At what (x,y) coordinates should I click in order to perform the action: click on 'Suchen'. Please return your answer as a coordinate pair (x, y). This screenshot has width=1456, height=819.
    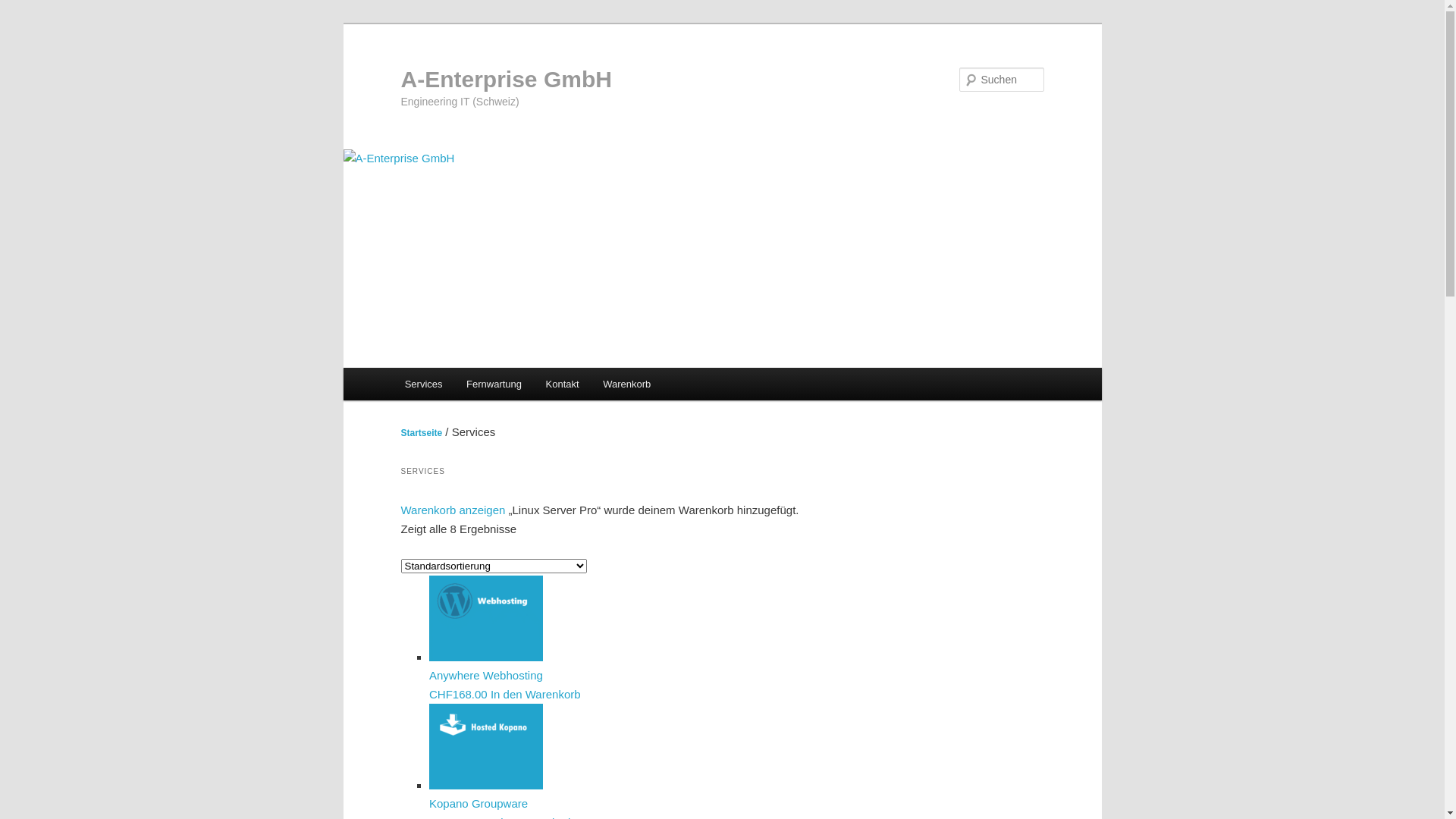
    Looking at the image, I should click on (25, 8).